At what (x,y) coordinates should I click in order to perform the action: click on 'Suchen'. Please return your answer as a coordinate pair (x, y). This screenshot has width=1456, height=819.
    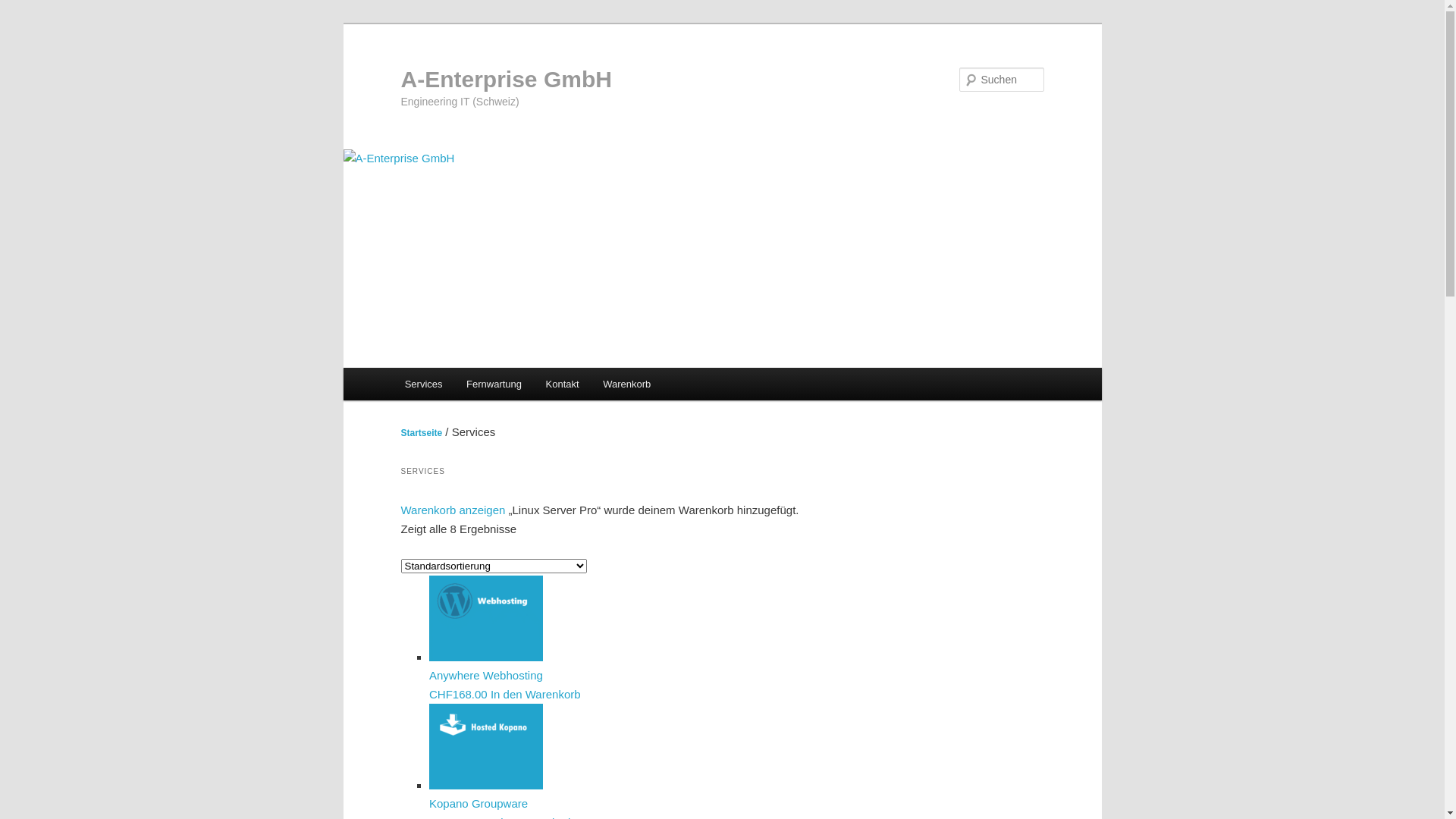
    Looking at the image, I should click on (25, 8).